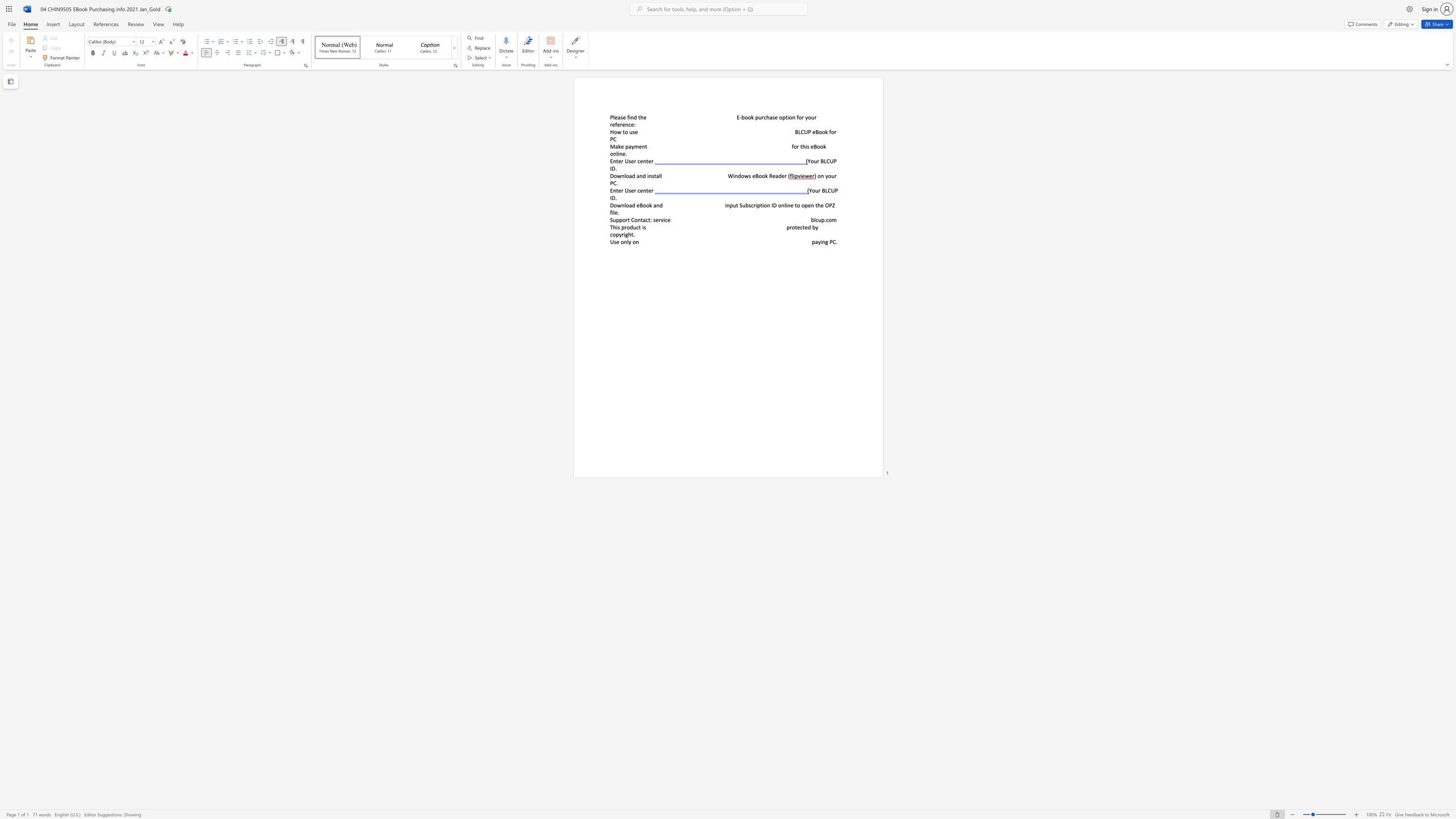 The image size is (1456, 819). I want to click on the 1th character "s" in the text, so click(615, 241).